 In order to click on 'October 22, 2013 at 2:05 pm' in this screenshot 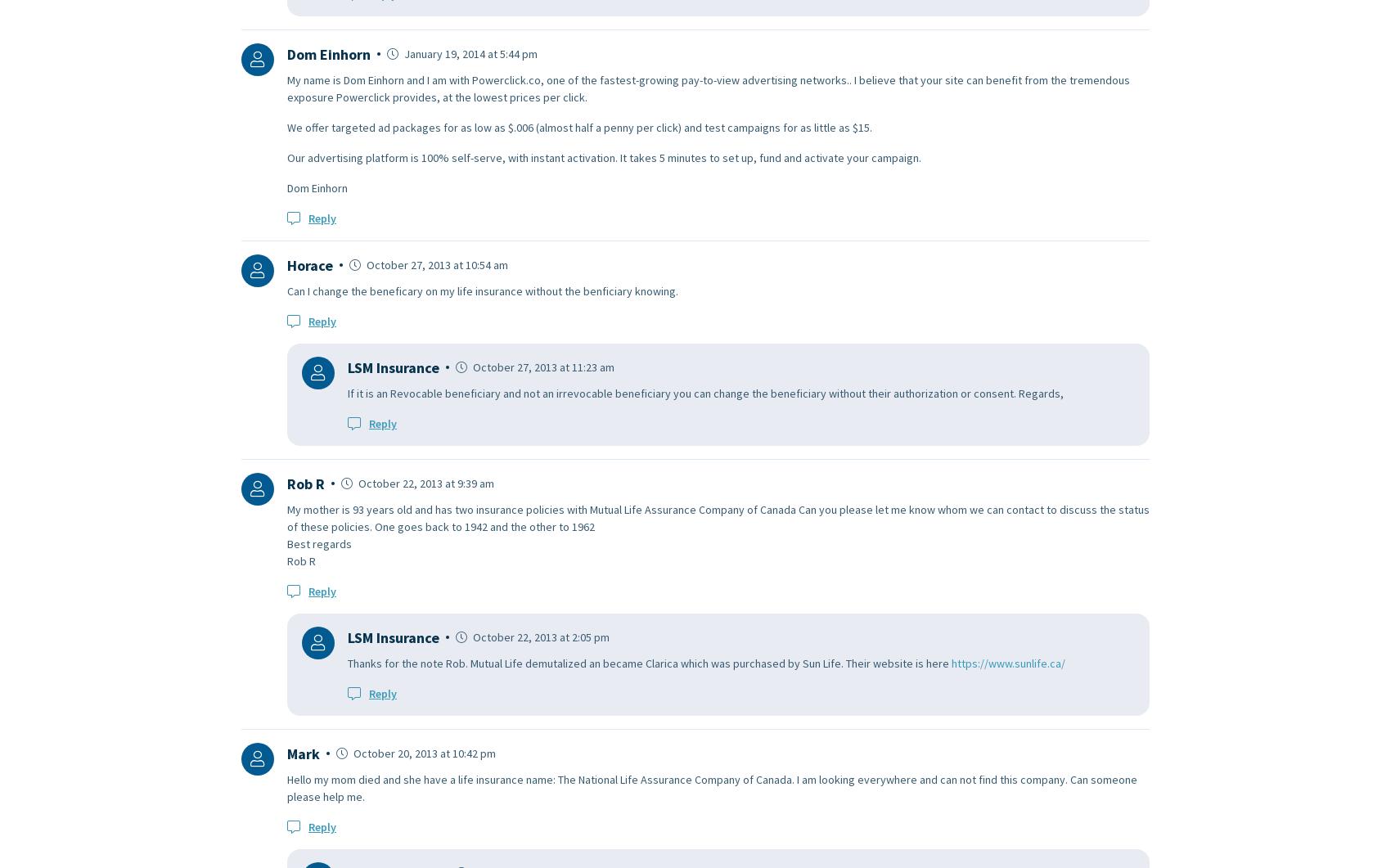, I will do `click(469, 636)`.